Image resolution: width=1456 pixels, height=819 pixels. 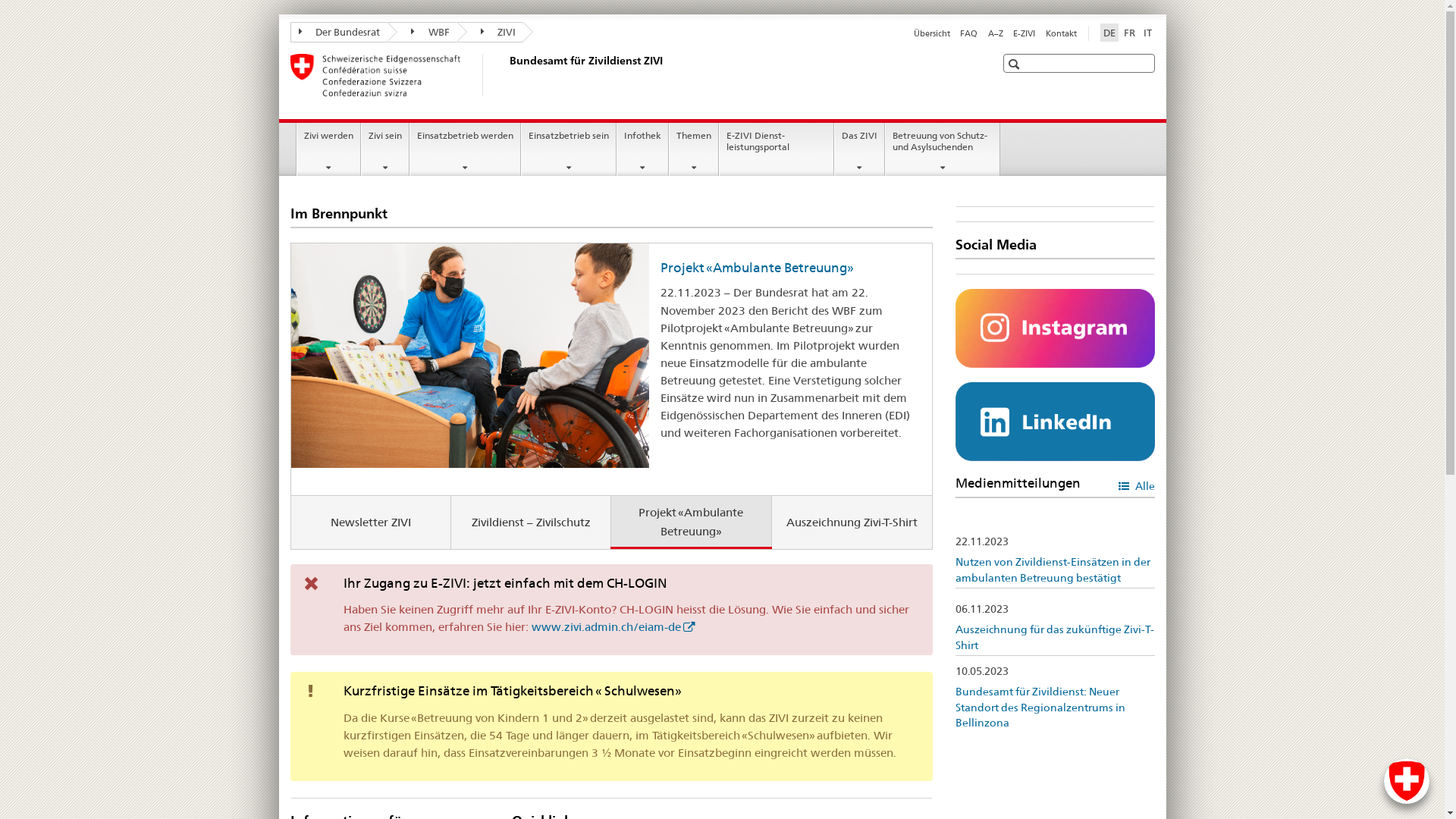 I want to click on 'Newsletter ZIVI', so click(x=371, y=521).